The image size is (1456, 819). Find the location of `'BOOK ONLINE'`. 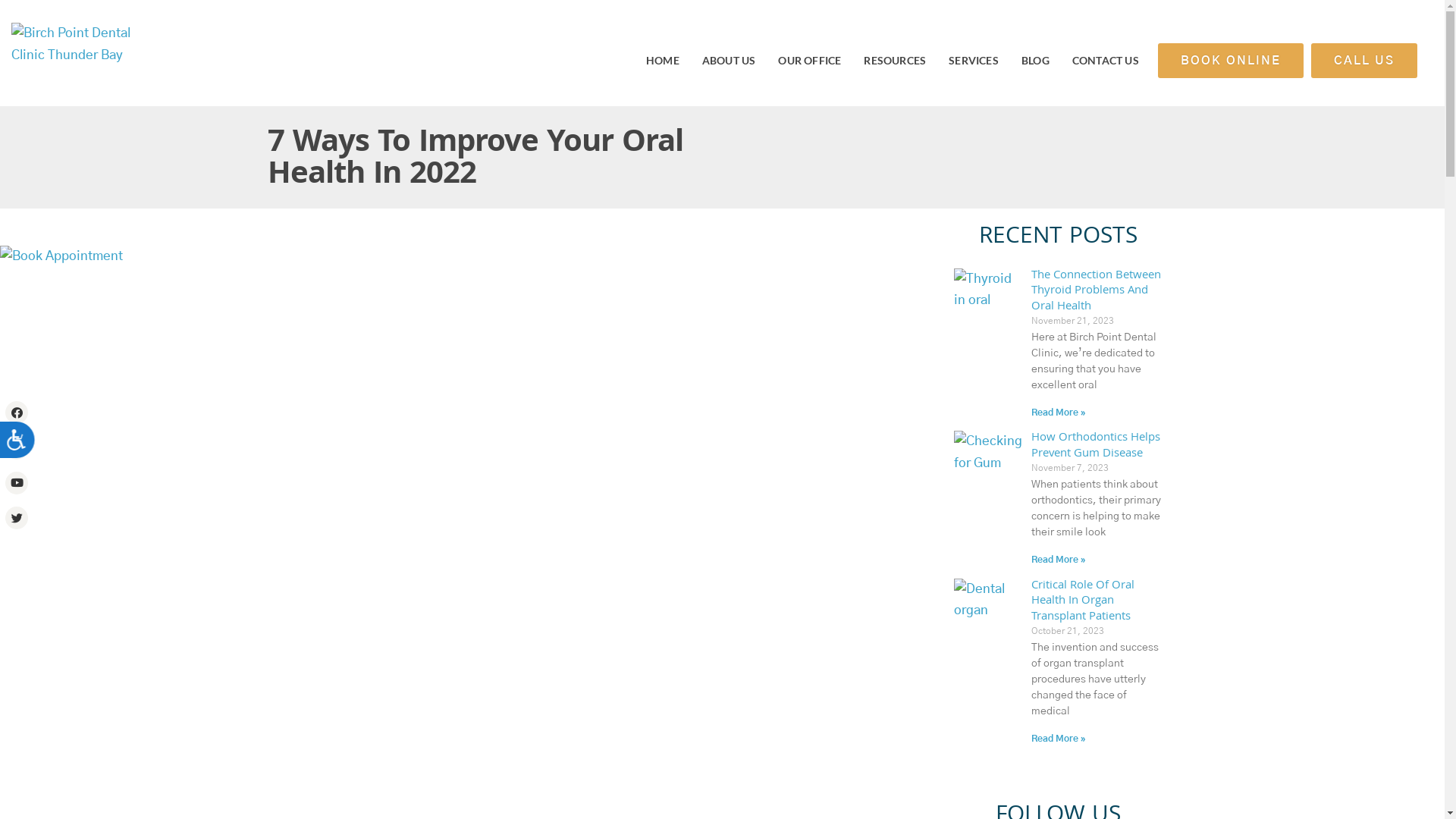

'BOOK ONLINE' is located at coordinates (1230, 60).